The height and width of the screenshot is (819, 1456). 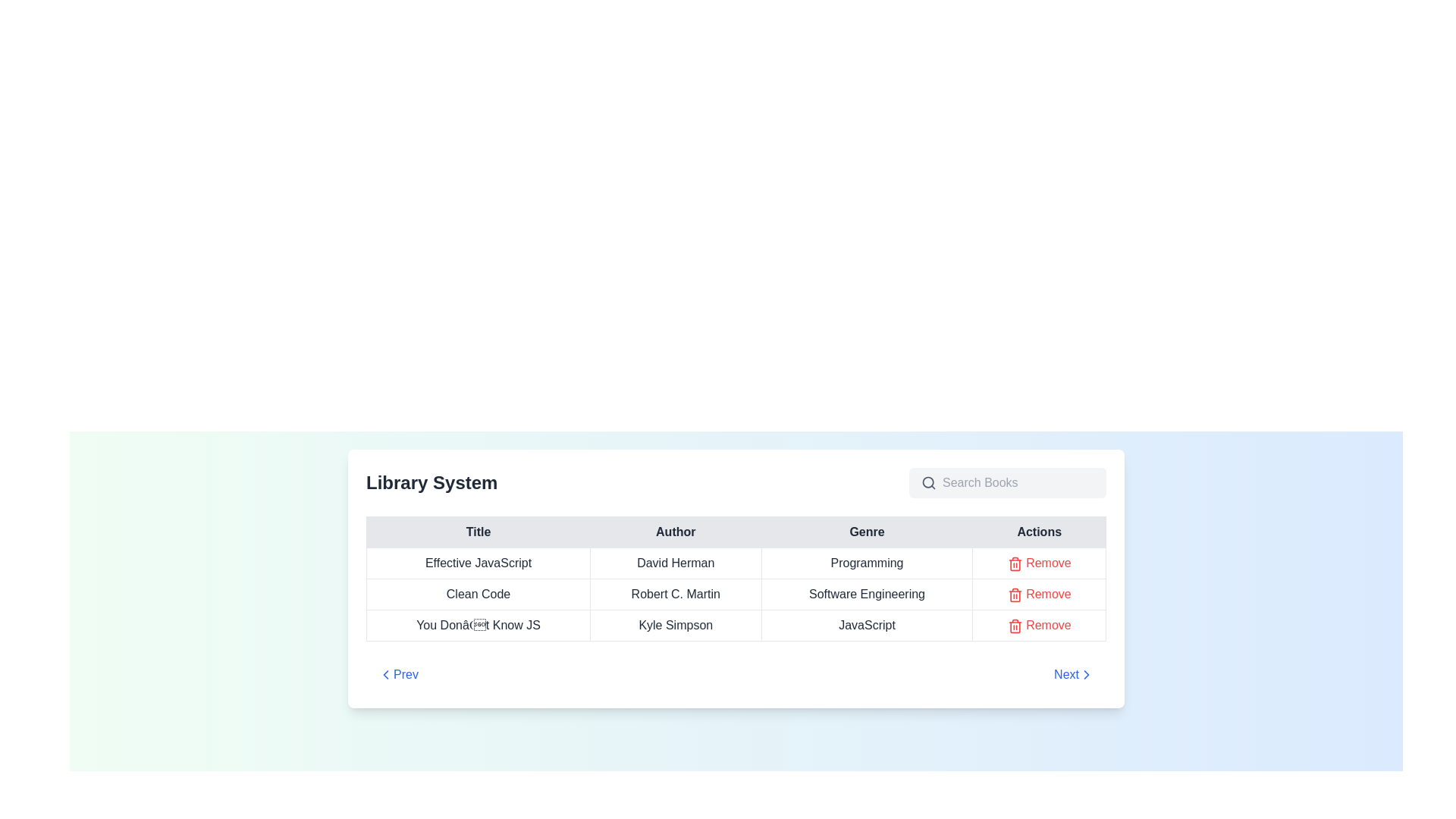 What do you see at coordinates (927, 482) in the screenshot?
I see `the Image Icon that indicates the presence of a search bar, located to the left of the input field with the placeholder 'Search Books'` at bounding box center [927, 482].